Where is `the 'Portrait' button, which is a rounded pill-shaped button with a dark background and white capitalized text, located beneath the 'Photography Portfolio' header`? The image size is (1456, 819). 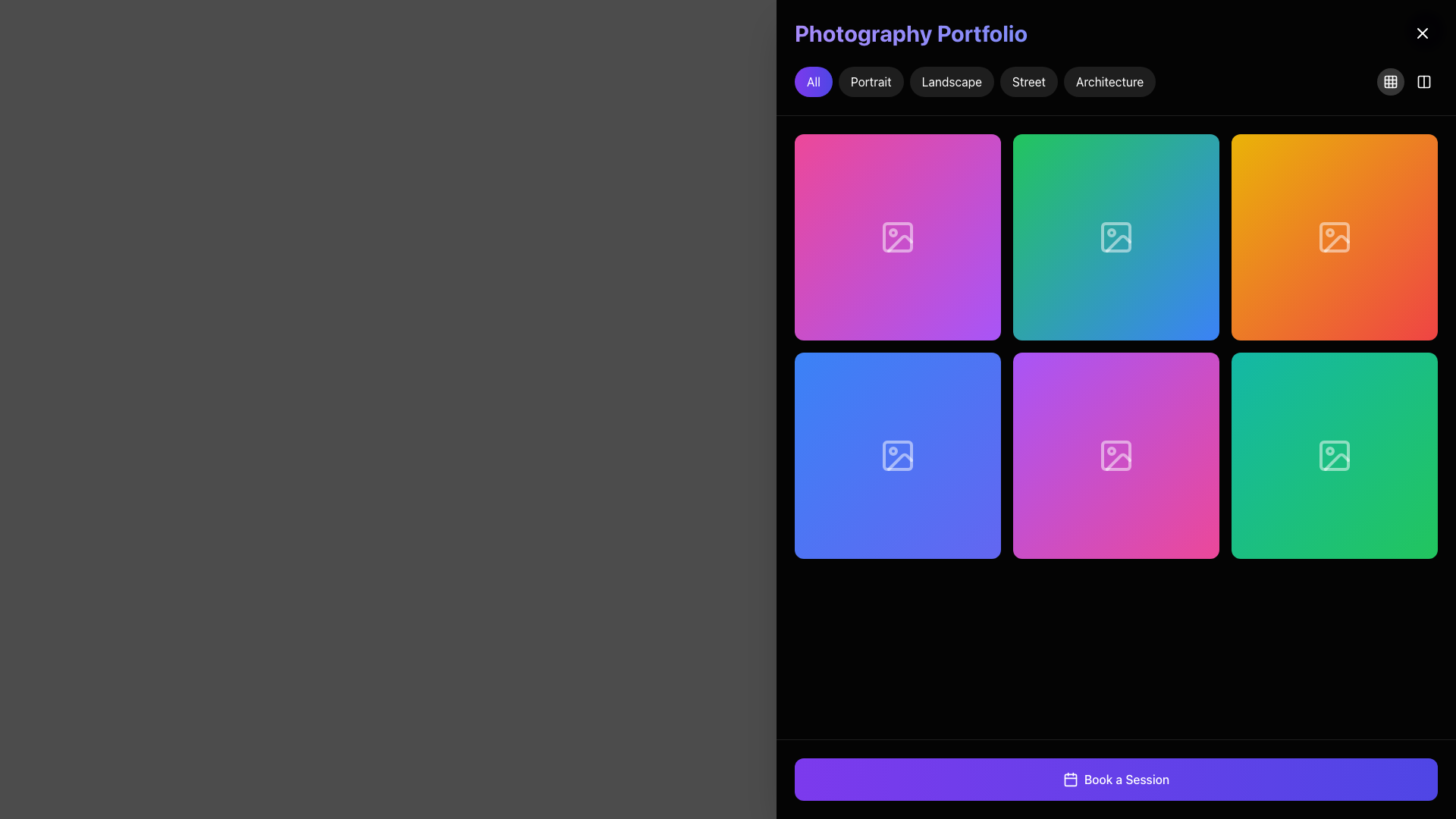
the 'Portrait' button, which is a rounded pill-shaped button with a dark background and white capitalized text, located beneath the 'Photography Portfolio' header is located at coordinates (871, 82).